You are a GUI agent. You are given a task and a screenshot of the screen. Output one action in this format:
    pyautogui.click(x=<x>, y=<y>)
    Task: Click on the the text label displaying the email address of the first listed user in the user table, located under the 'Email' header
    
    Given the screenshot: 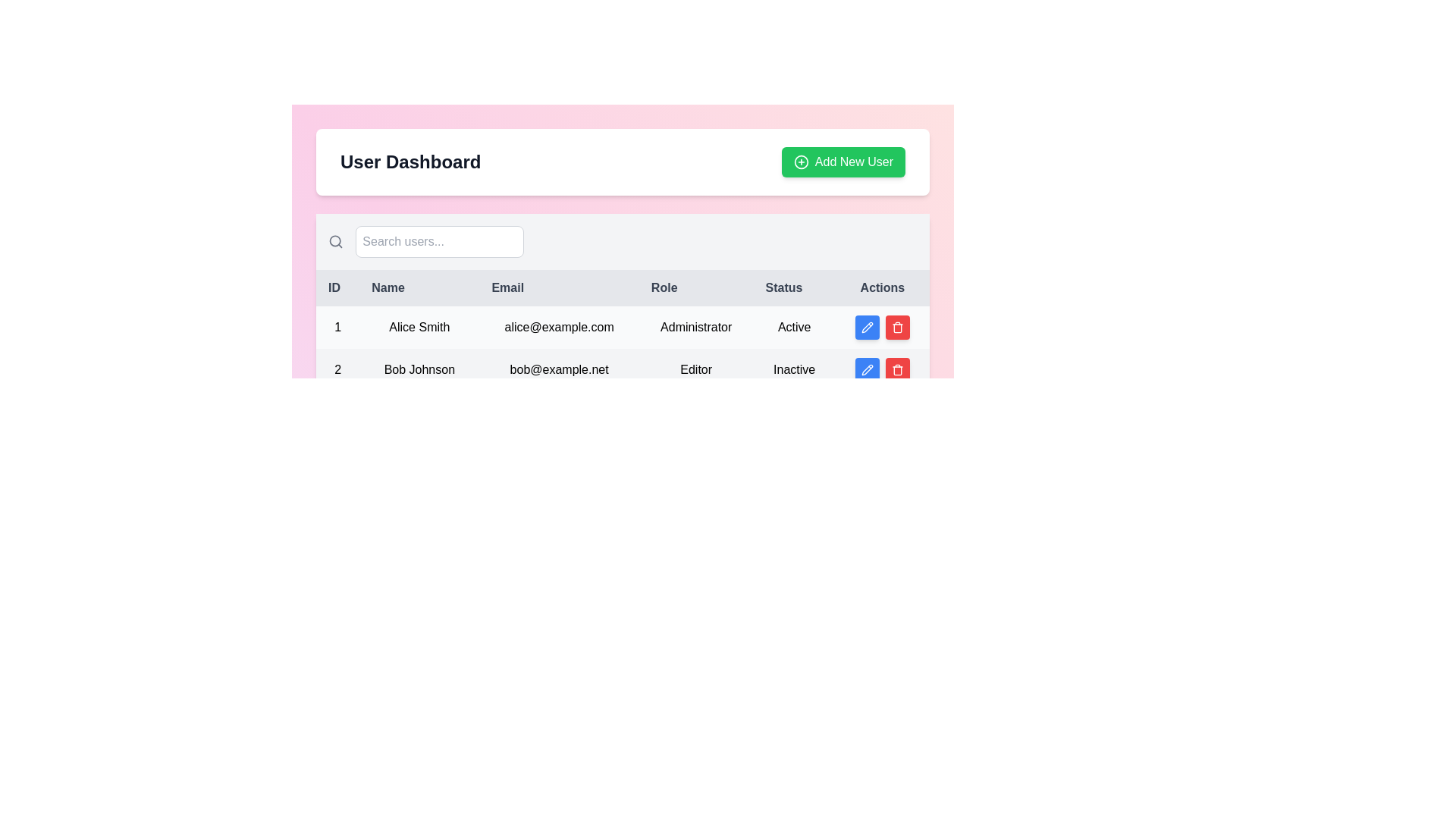 What is the action you would take?
    pyautogui.click(x=558, y=327)
    